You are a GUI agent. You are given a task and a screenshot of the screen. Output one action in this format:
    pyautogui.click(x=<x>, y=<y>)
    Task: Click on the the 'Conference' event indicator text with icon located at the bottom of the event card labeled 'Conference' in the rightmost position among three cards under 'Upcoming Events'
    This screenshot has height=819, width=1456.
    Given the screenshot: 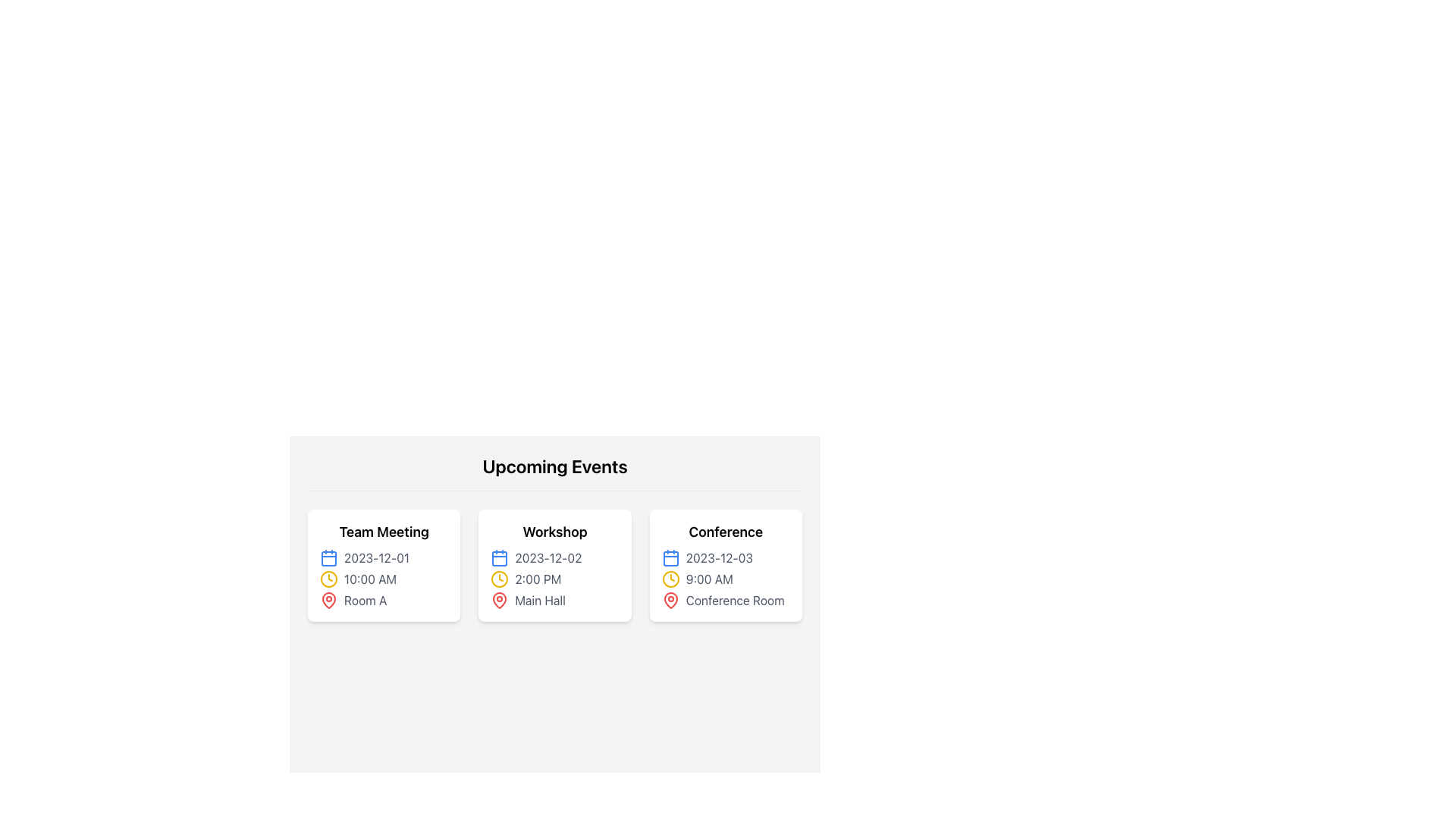 What is the action you would take?
    pyautogui.click(x=725, y=599)
    